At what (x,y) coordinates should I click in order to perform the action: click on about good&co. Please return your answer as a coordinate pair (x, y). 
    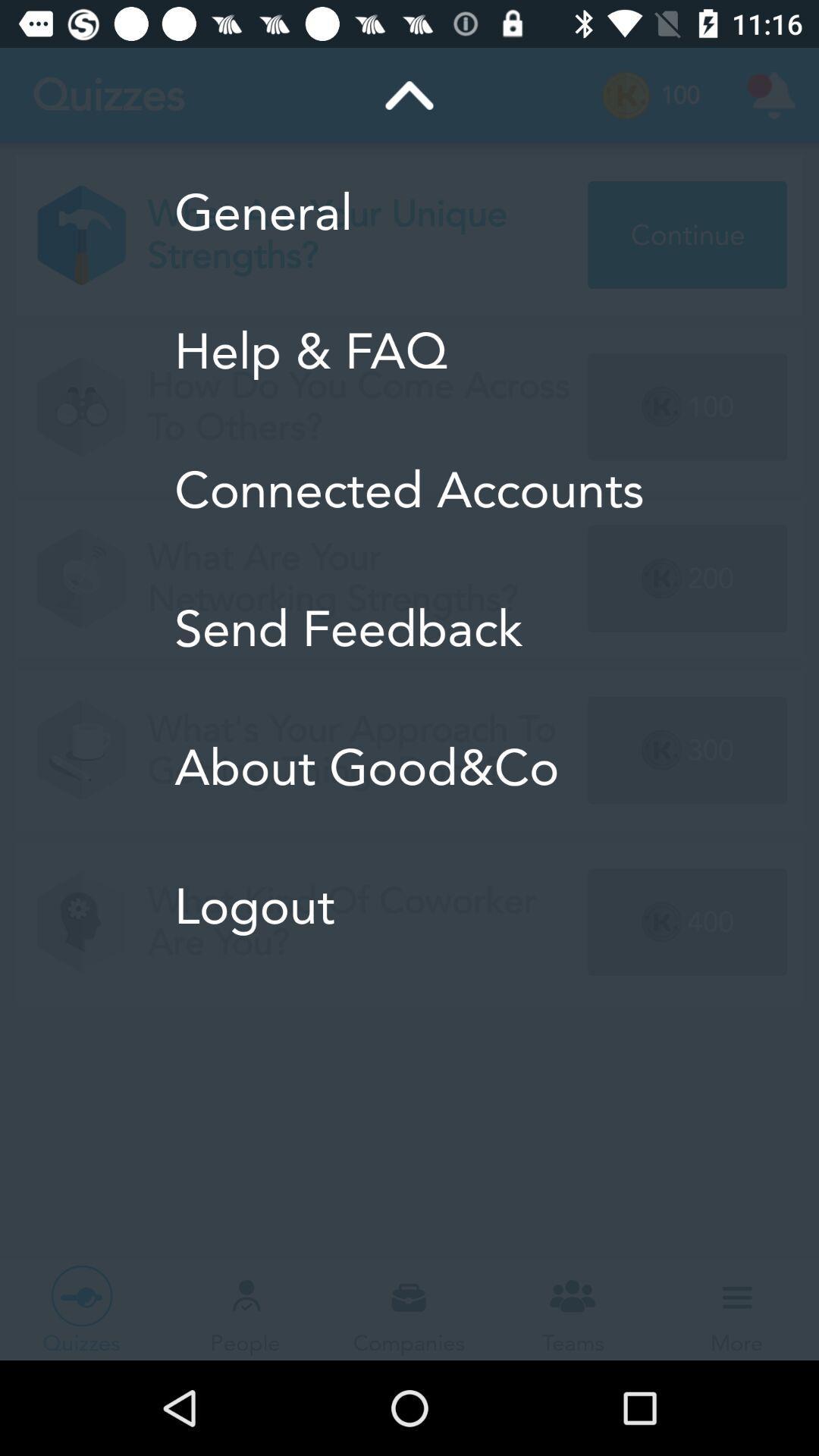
    Looking at the image, I should click on (408, 767).